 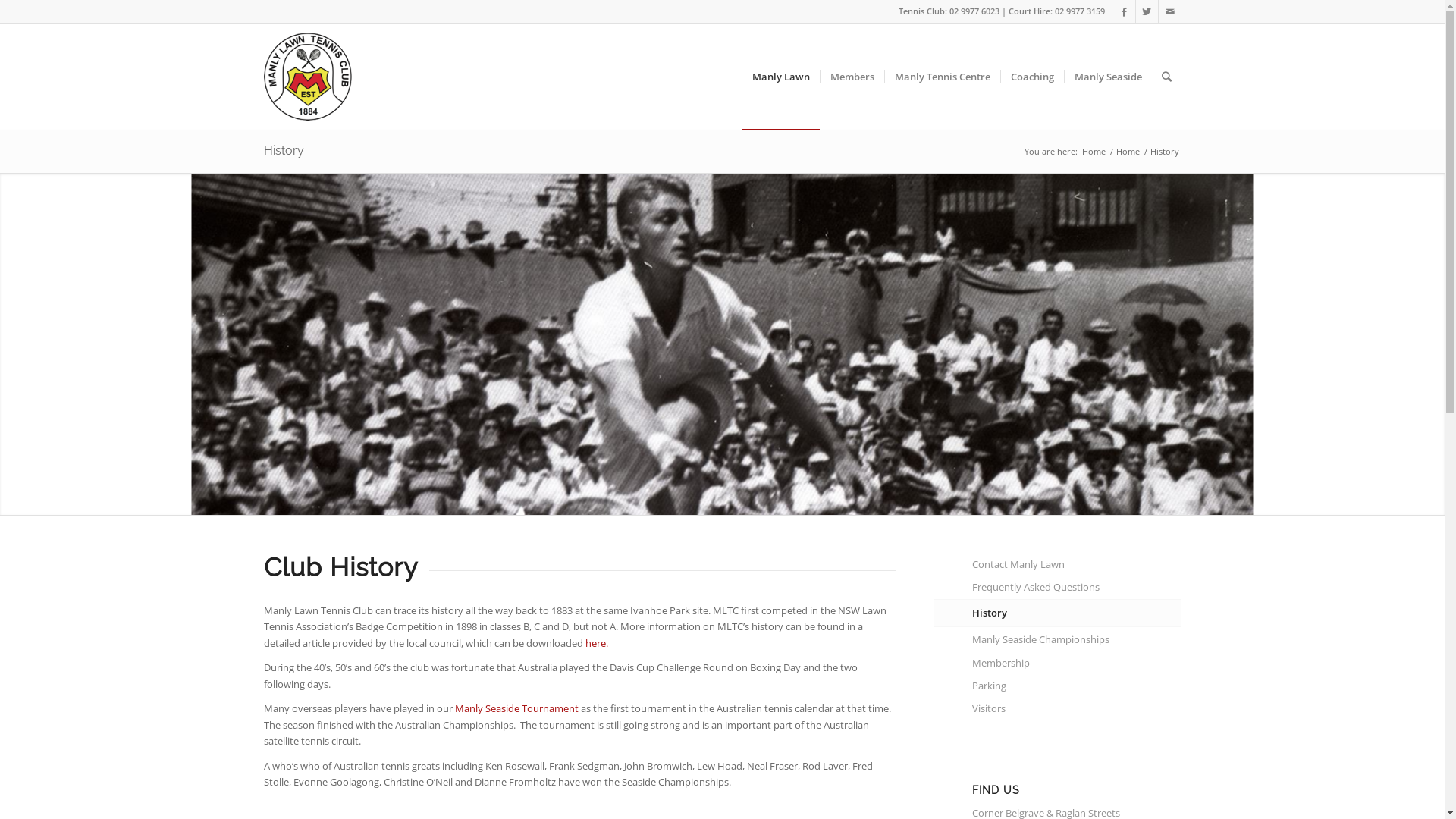 What do you see at coordinates (1169, 11) in the screenshot?
I see `'Mail'` at bounding box center [1169, 11].